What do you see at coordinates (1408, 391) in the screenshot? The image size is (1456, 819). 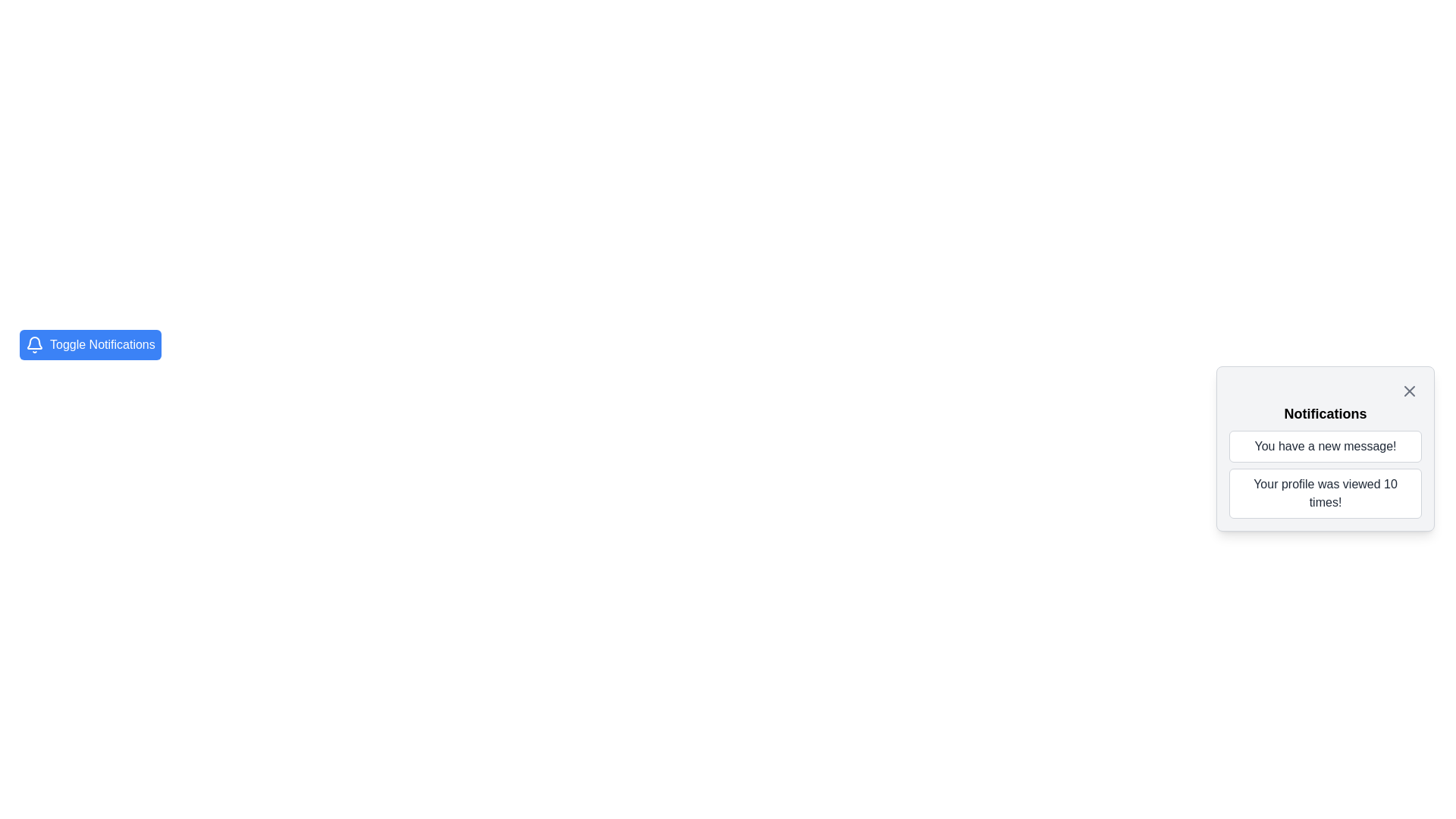 I see `the close button located at the top-right corner of the notification dialog` at bounding box center [1408, 391].